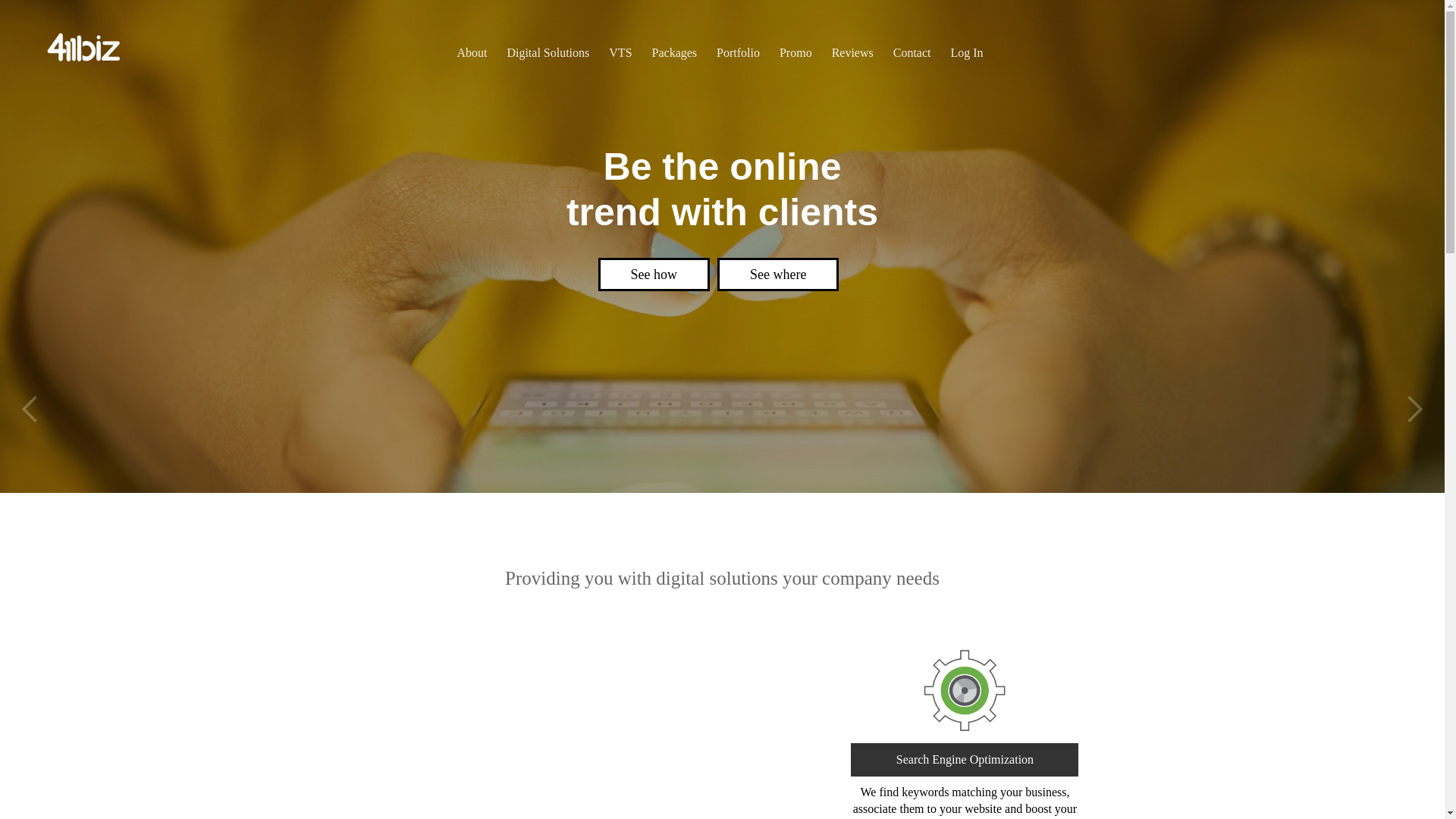  What do you see at coordinates (588, 275) in the screenshot?
I see `'See how'` at bounding box center [588, 275].